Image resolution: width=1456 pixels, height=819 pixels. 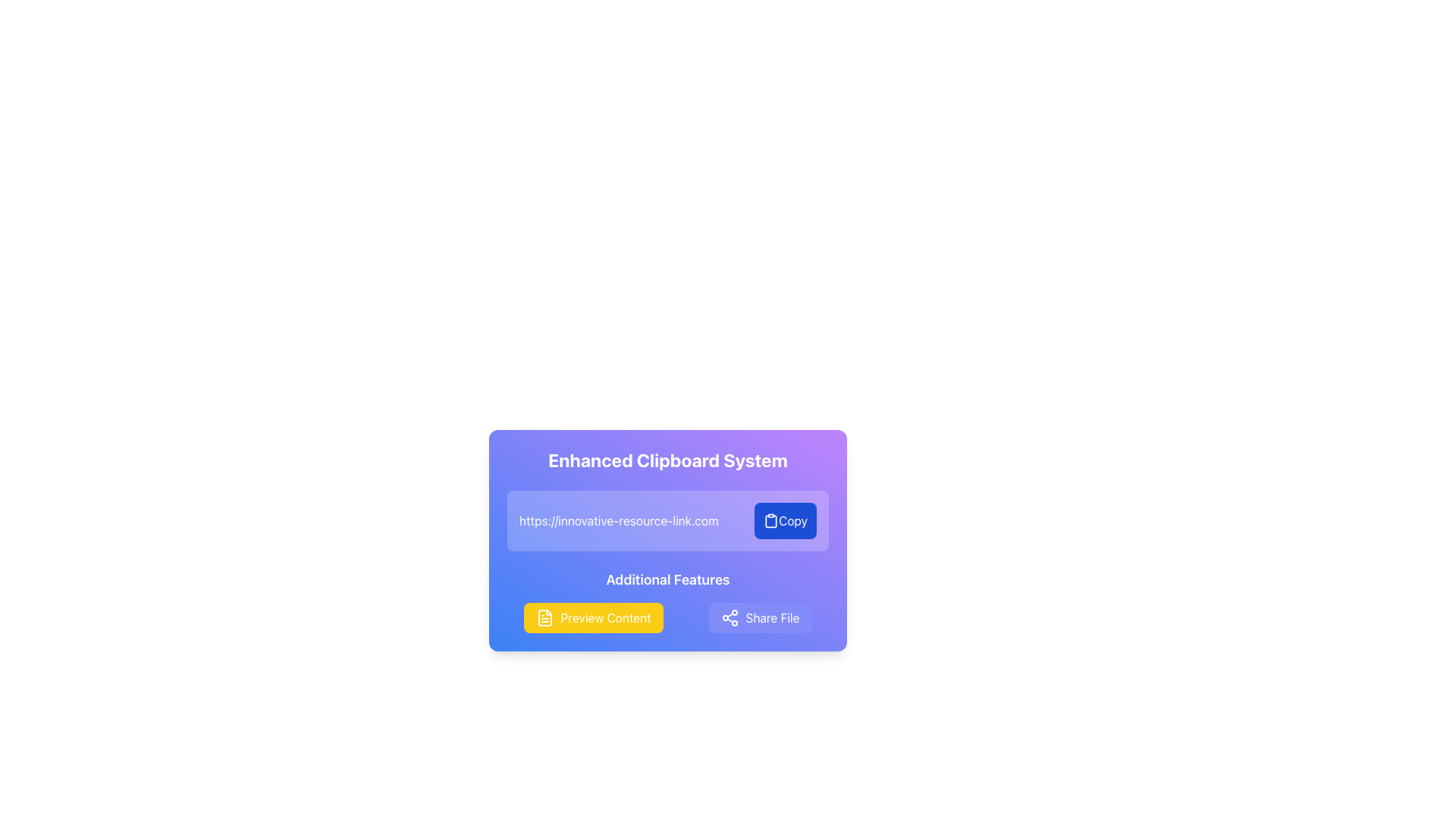 What do you see at coordinates (786, 519) in the screenshot?
I see `the button located to the far right of the text input field that copies the displayed URL` at bounding box center [786, 519].